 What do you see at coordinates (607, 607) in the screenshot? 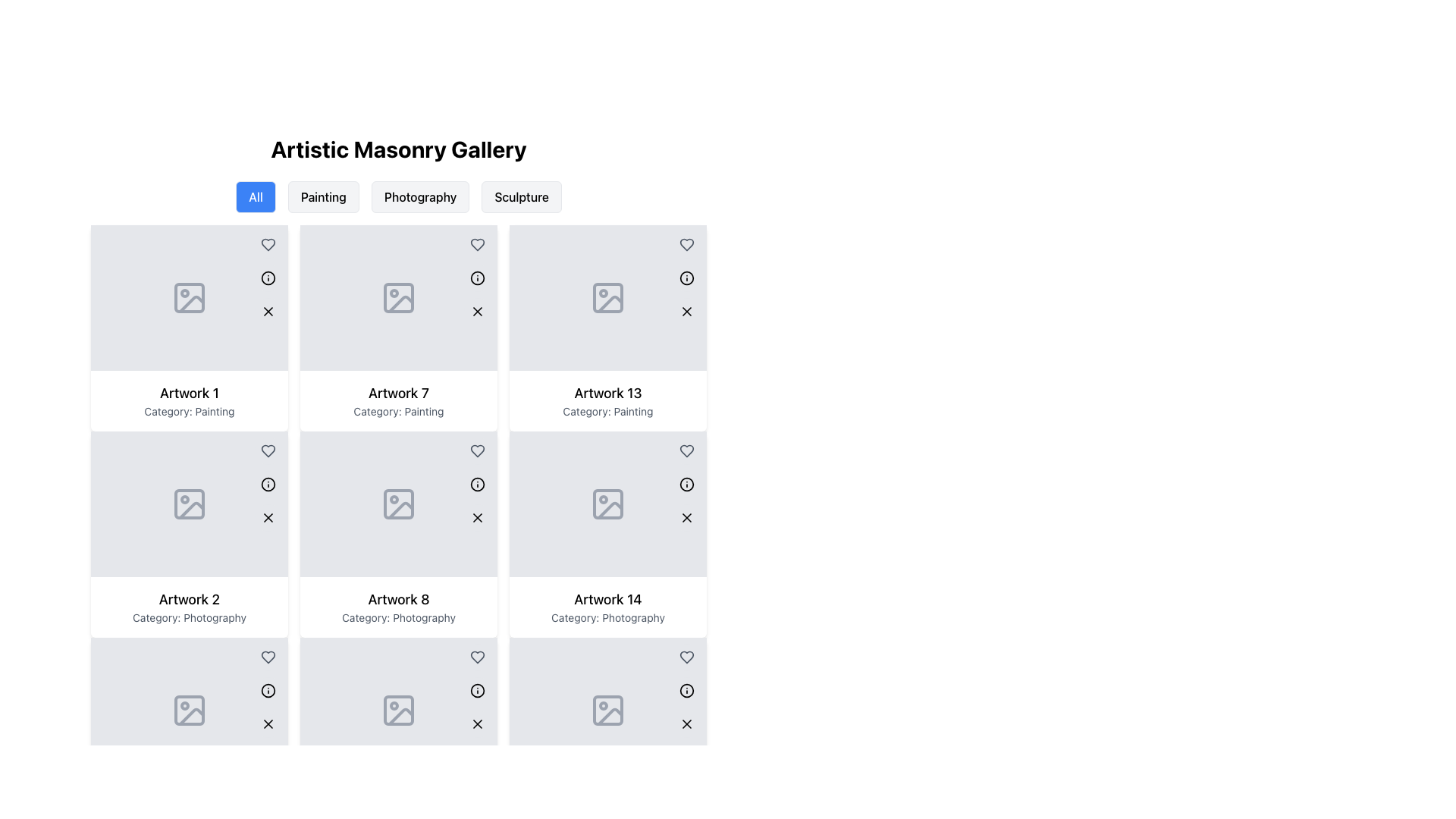
I see `the text block titled 'Artwork 14' with the subtitle 'Category: Photography'` at bounding box center [607, 607].